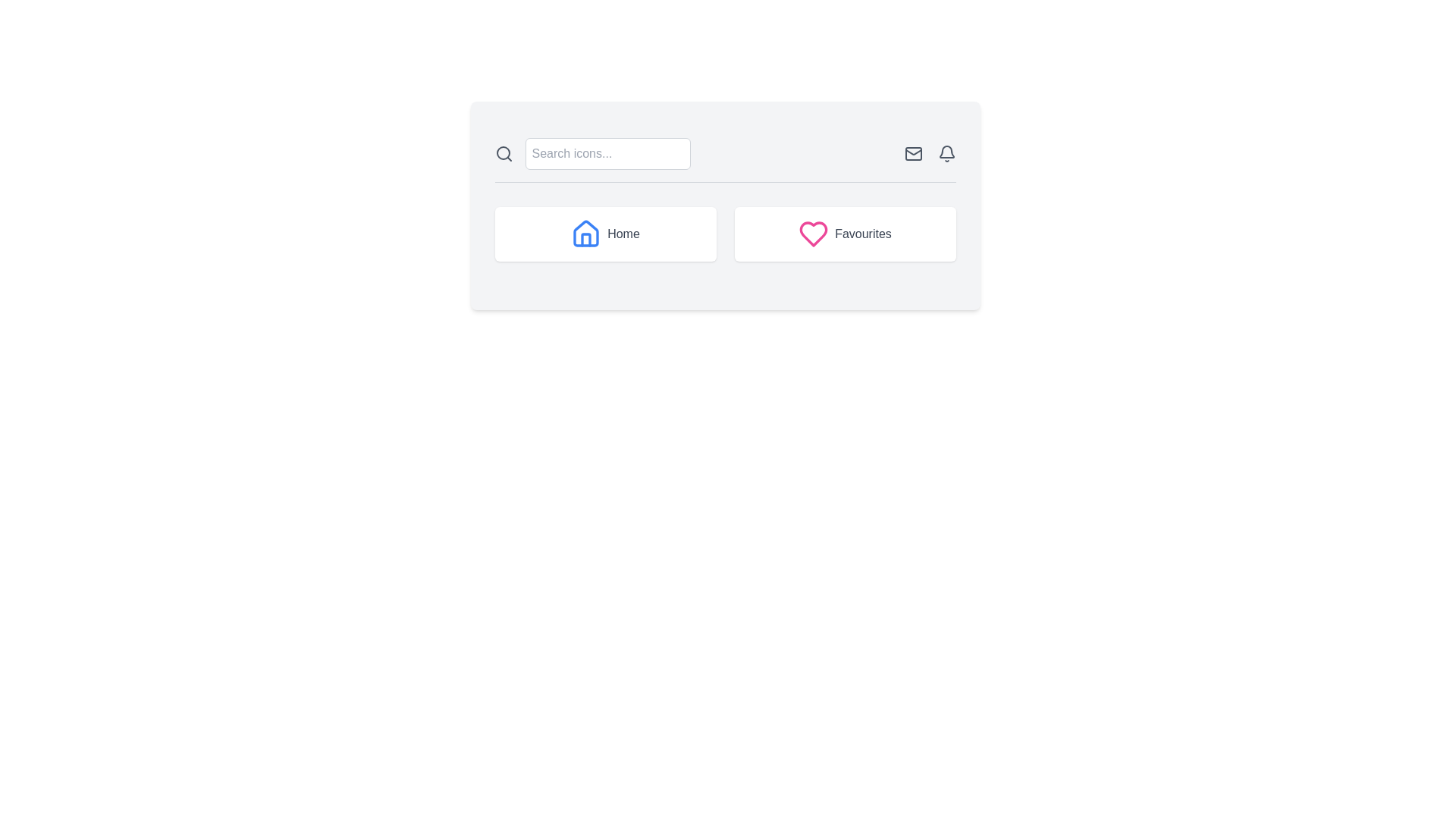 Image resolution: width=1456 pixels, height=819 pixels. What do you see at coordinates (912, 154) in the screenshot?
I see `the messaging icon located in the top-right corner of the header section` at bounding box center [912, 154].